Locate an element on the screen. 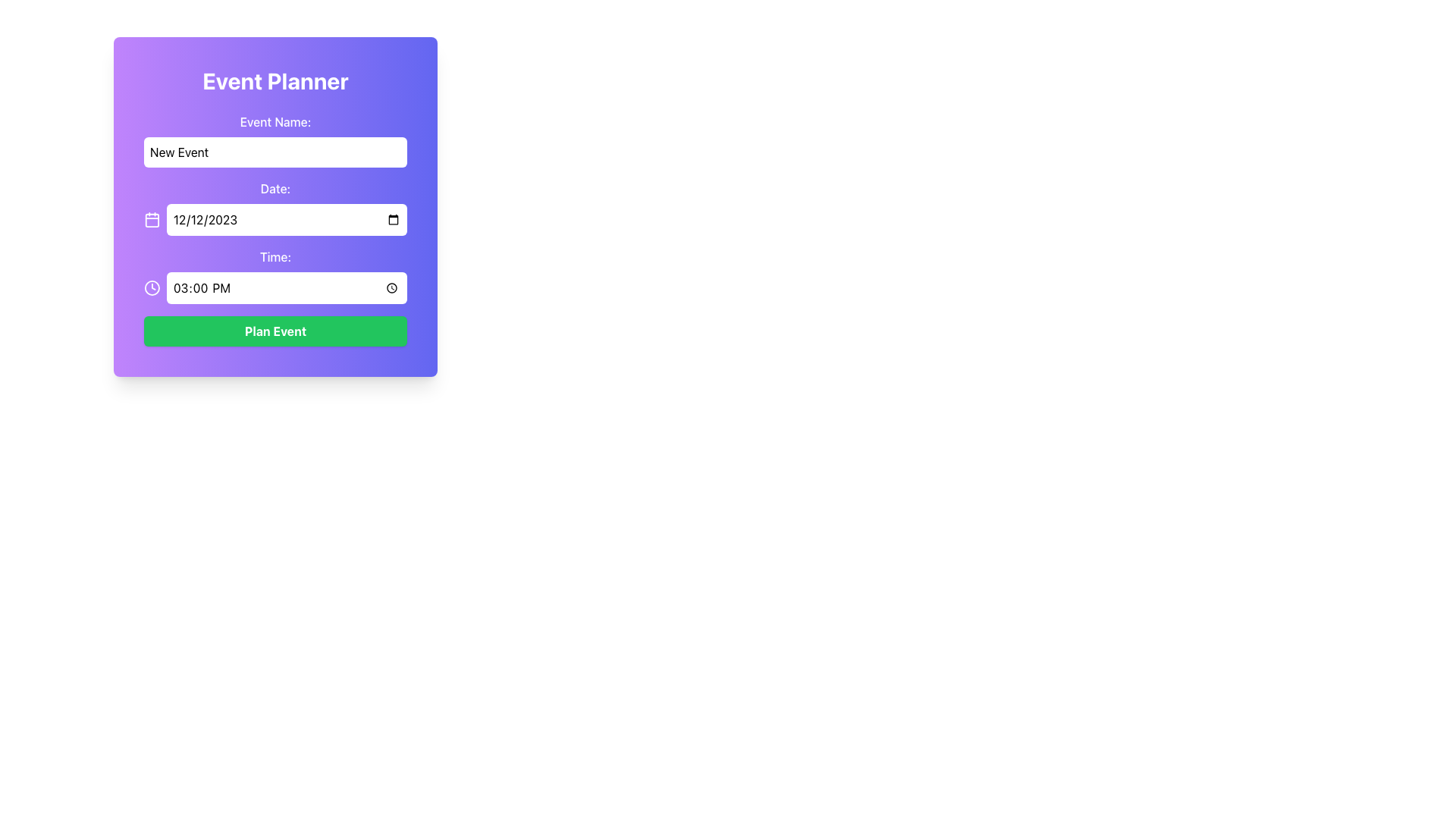 The image size is (1456, 819). text displayed on the text label that says 'Time:' in white, located within a vertical form layout, positioned below the label 'Date:' is located at coordinates (275, 256).